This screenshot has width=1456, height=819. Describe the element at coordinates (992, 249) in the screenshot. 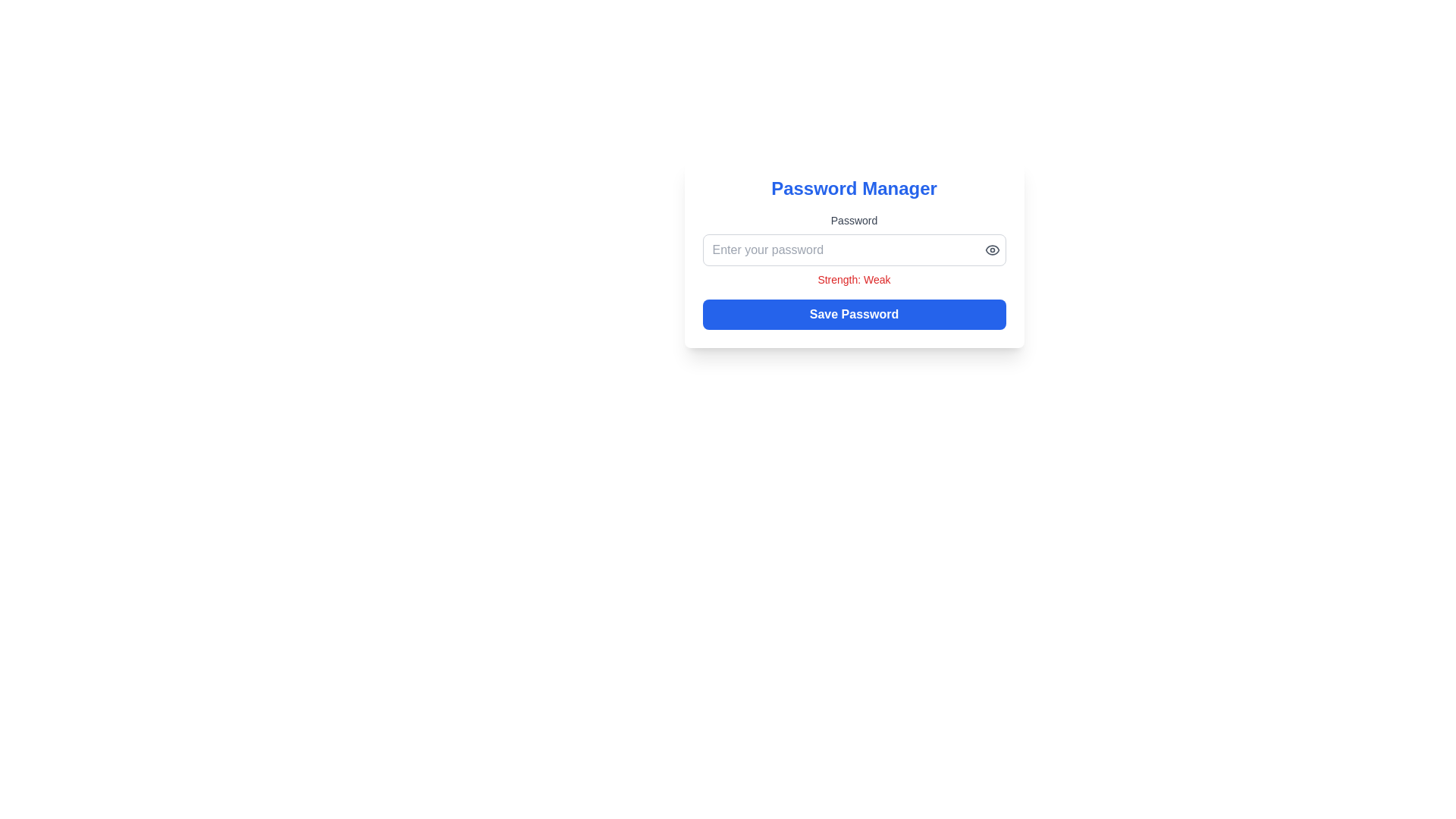

I see `the button located at the far-right end of the password input field` at that location.